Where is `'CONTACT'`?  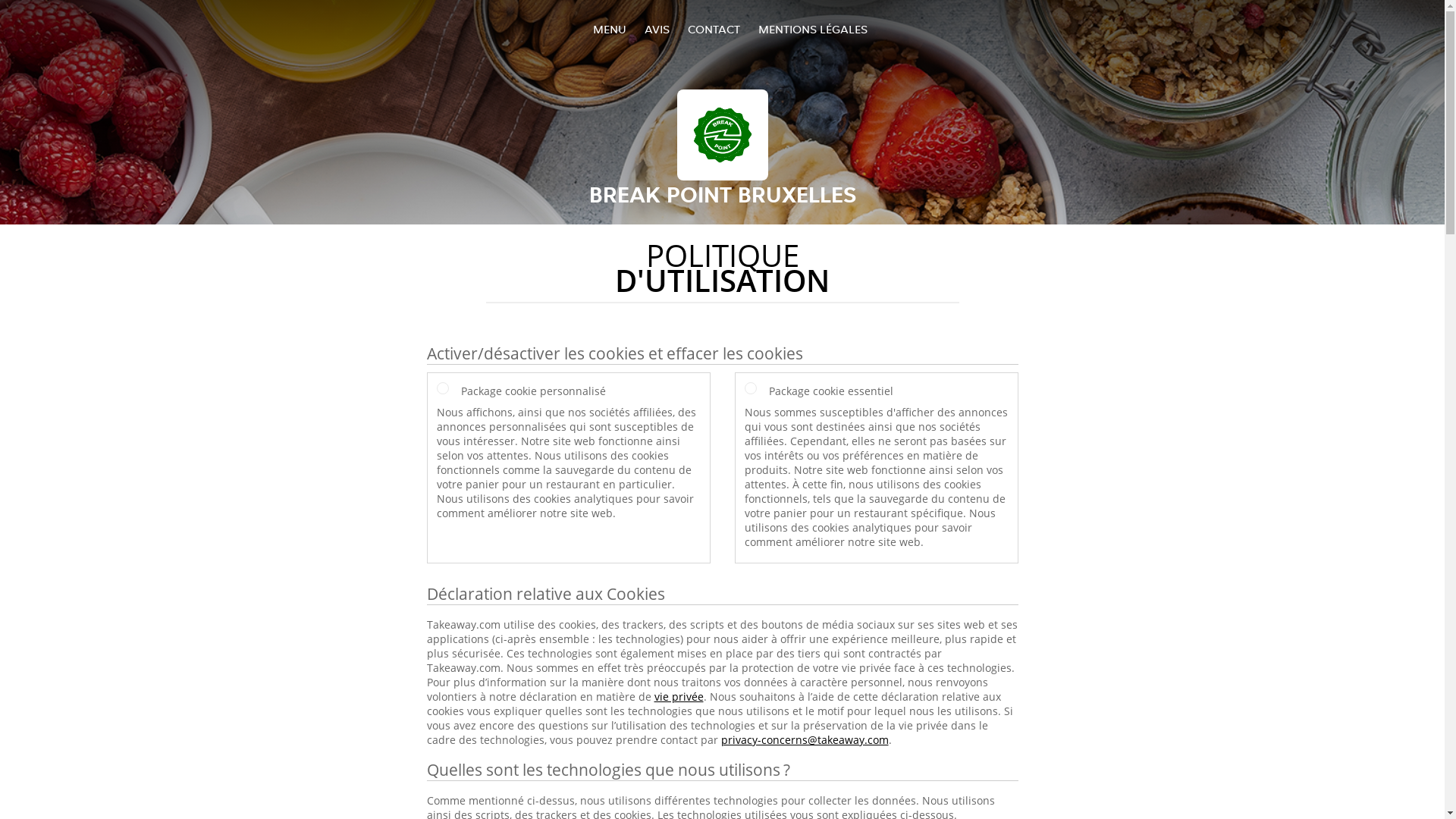 'CONTACT' is located at coordinates (686, 29).